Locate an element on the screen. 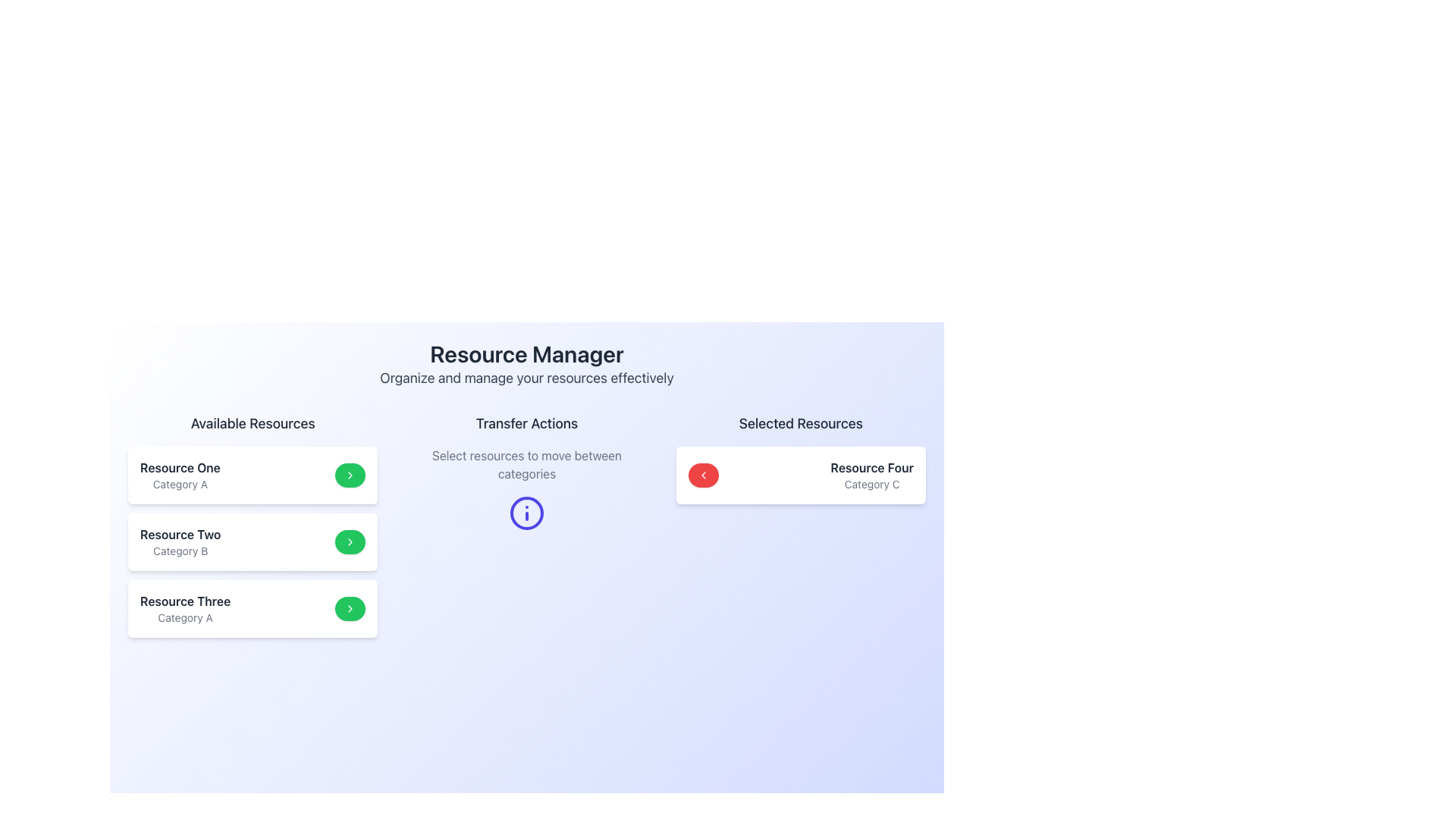 This screenshot has width=1456, height=819. the information icon located below the 'Select resources to move between categories' text in the 'Transfer Actions' section, which provides additional details or tooltips is located at coordinates (527, 513).